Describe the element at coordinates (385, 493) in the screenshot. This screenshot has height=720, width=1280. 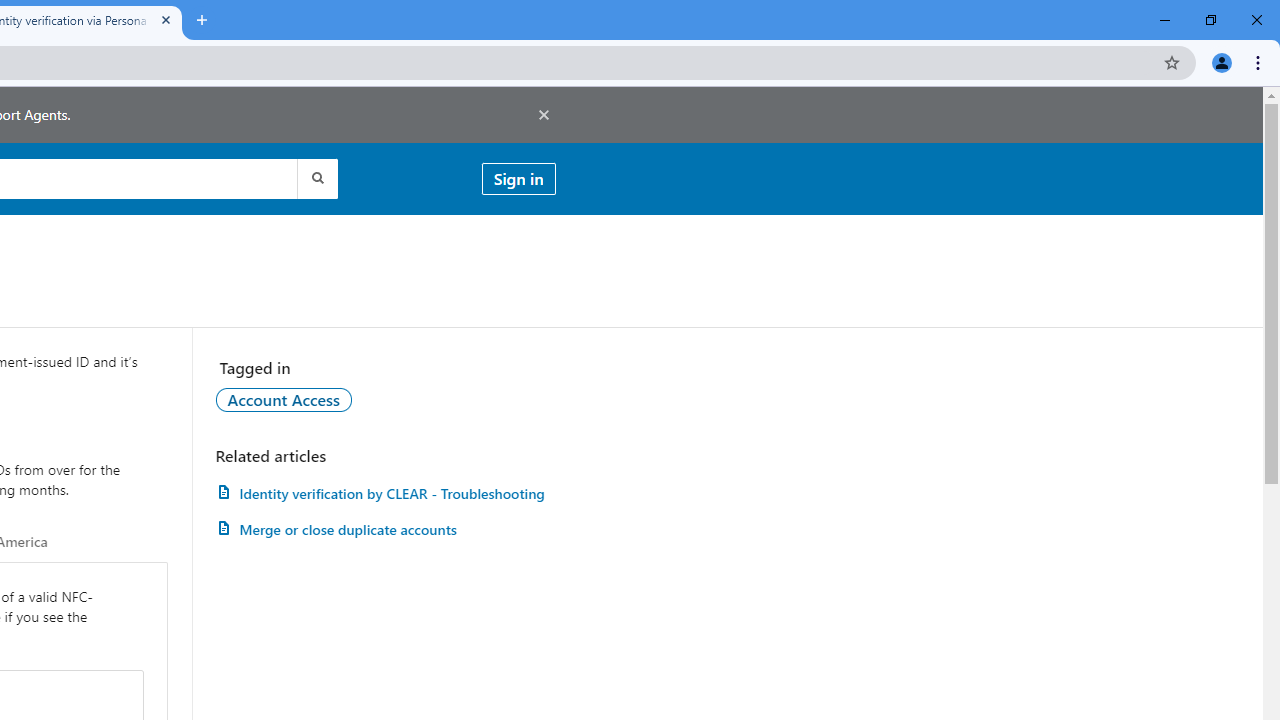
I see `'AutomationID: article-link-a1457505'` at that location.